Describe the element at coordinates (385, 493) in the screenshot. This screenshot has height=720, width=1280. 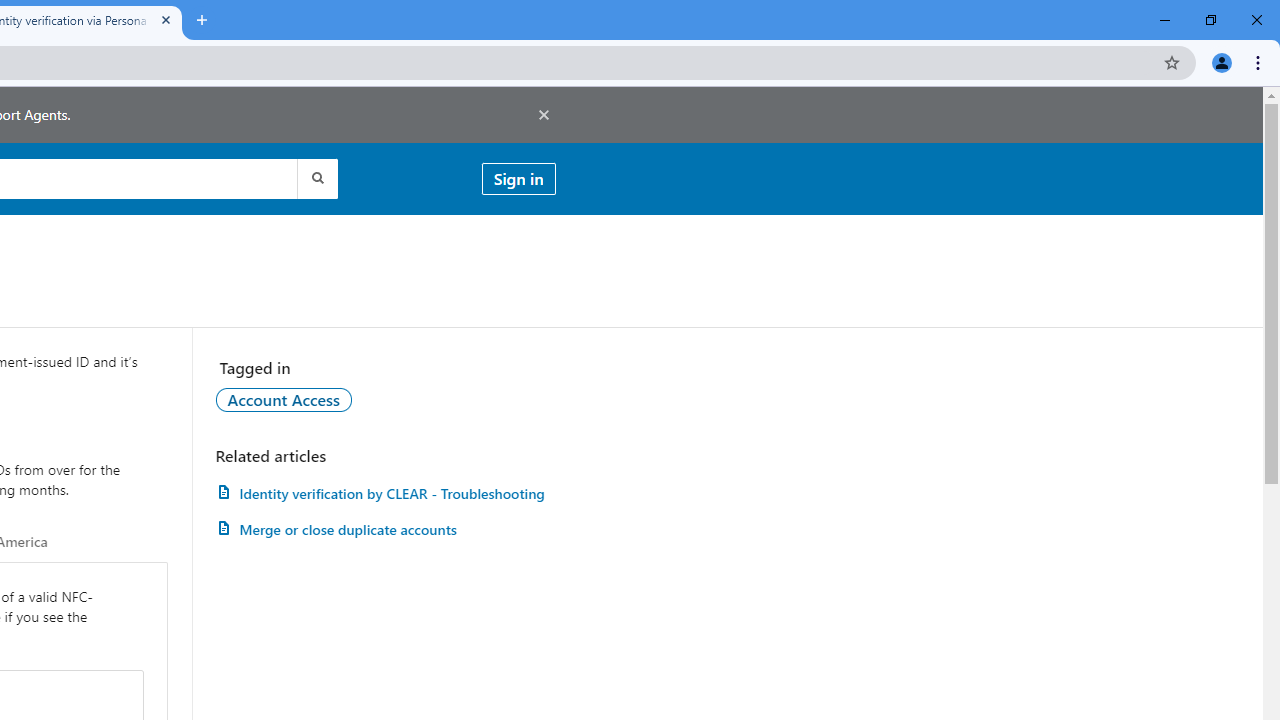
I see `'AutomationID: article-link-a1457505'` at that location.